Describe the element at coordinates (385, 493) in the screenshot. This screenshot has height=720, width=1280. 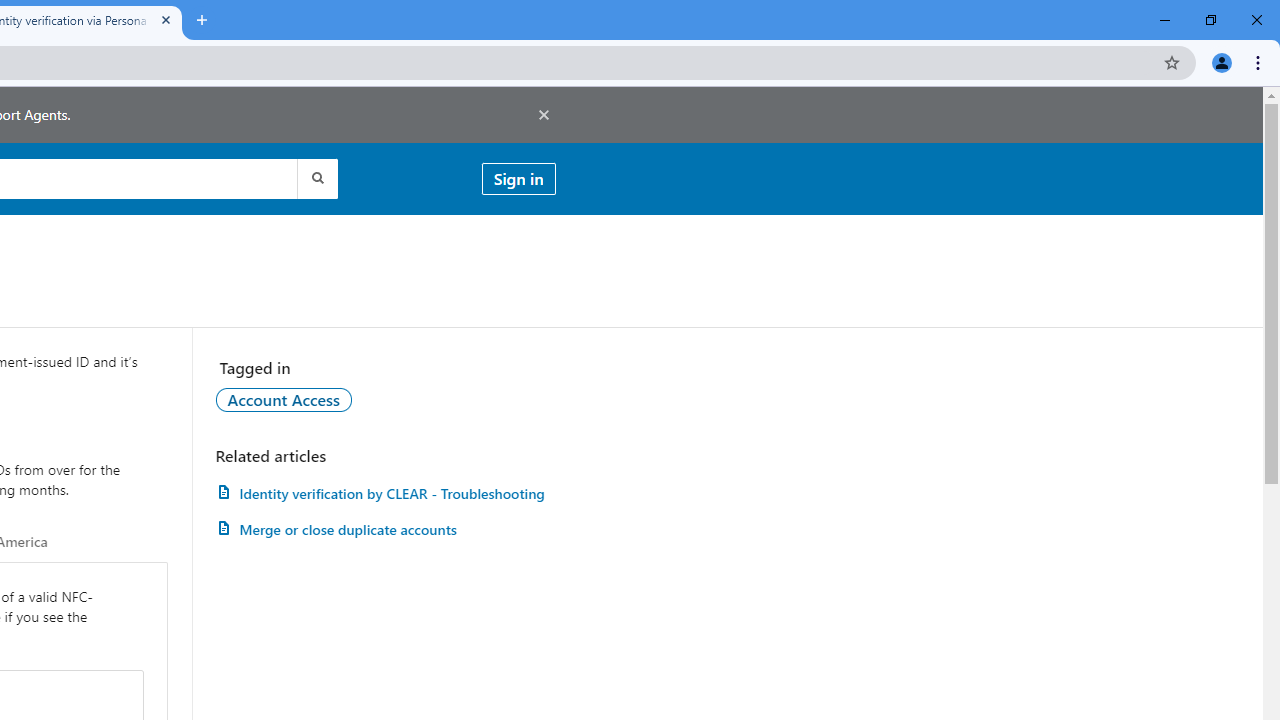
I see `'AutomationID: article-link-a1457505'` at that location.